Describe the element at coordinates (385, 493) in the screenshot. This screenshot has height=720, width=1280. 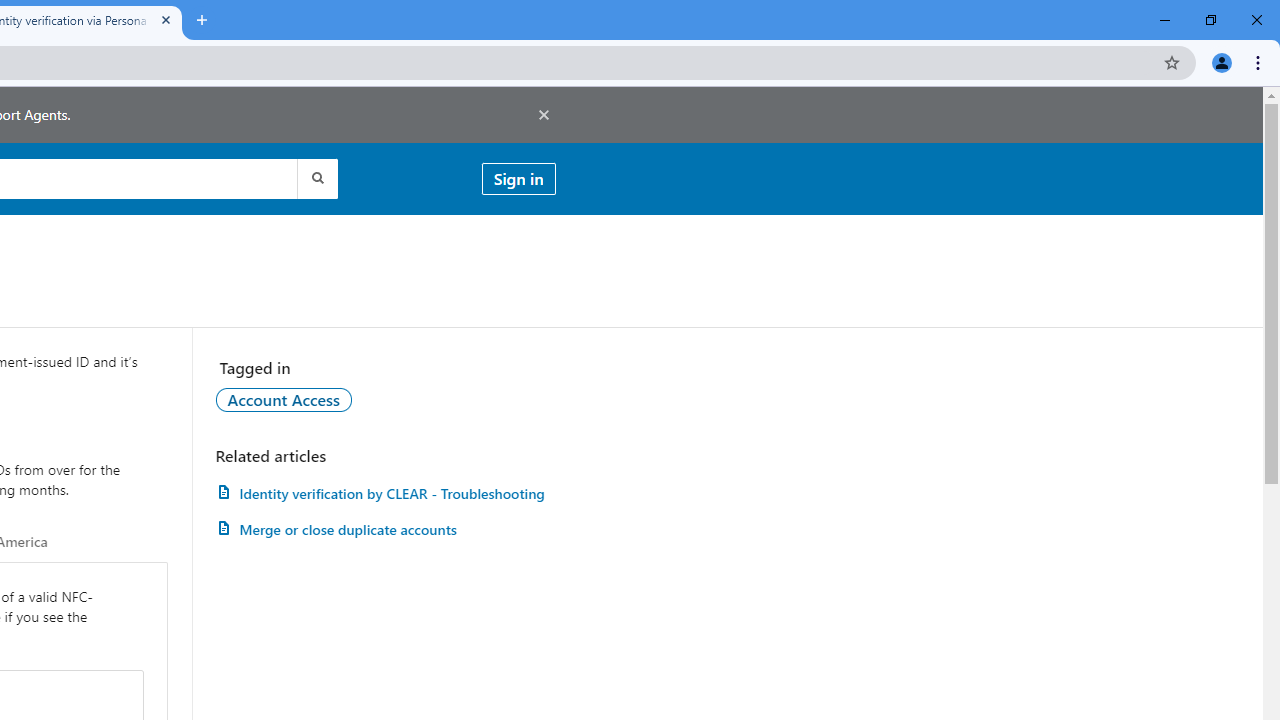
I see `'AutomationID: article-link-a1457505'` at that location.